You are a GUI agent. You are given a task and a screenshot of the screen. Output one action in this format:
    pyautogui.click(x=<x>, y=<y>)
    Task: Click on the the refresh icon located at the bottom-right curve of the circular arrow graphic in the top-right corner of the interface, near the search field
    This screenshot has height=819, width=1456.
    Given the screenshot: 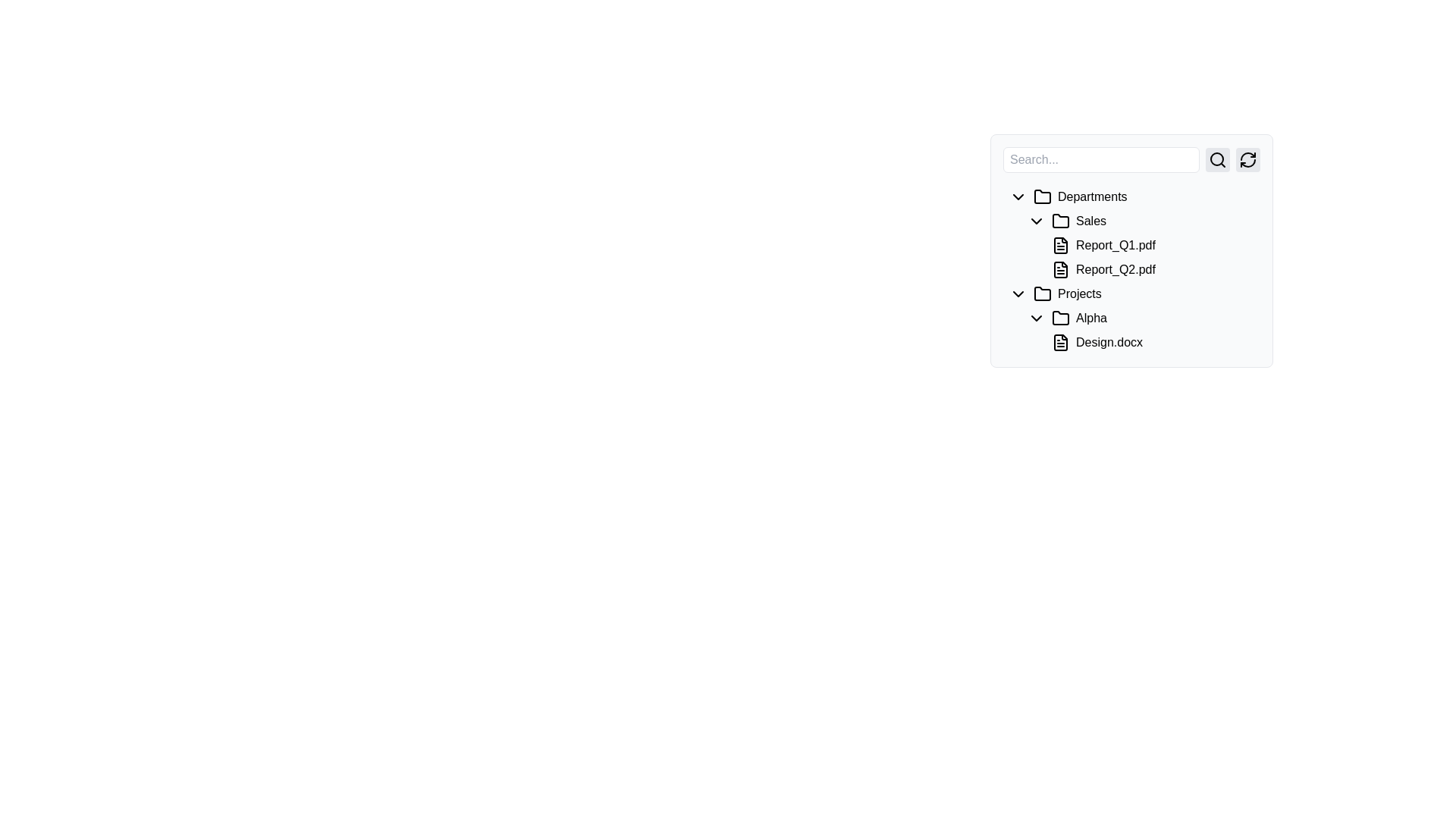 What is the action you would take?
    pyautogui.click(x=1248, y=163)
    